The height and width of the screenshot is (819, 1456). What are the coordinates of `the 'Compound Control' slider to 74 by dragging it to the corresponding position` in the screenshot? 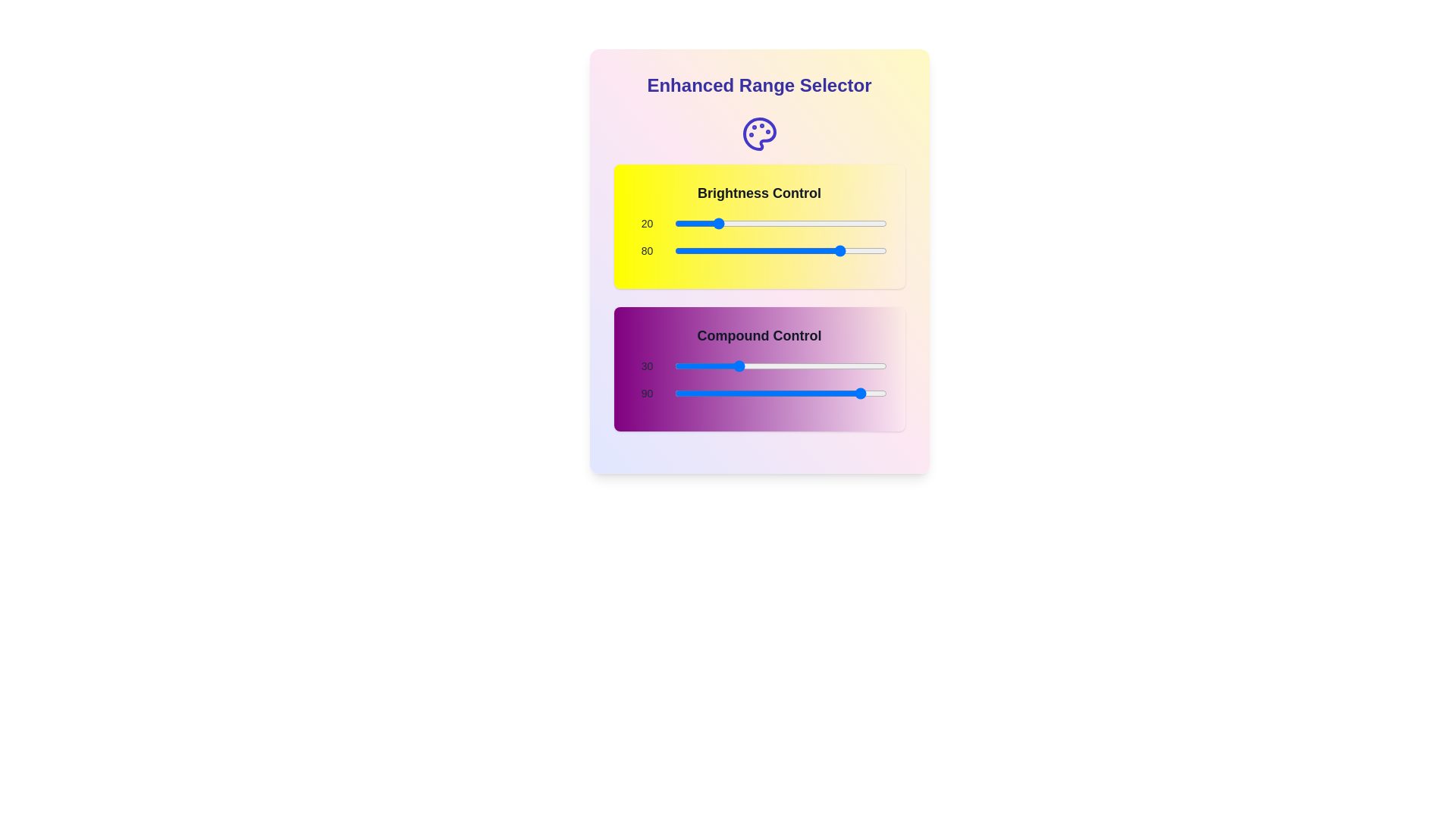 It's located at (830, 366).